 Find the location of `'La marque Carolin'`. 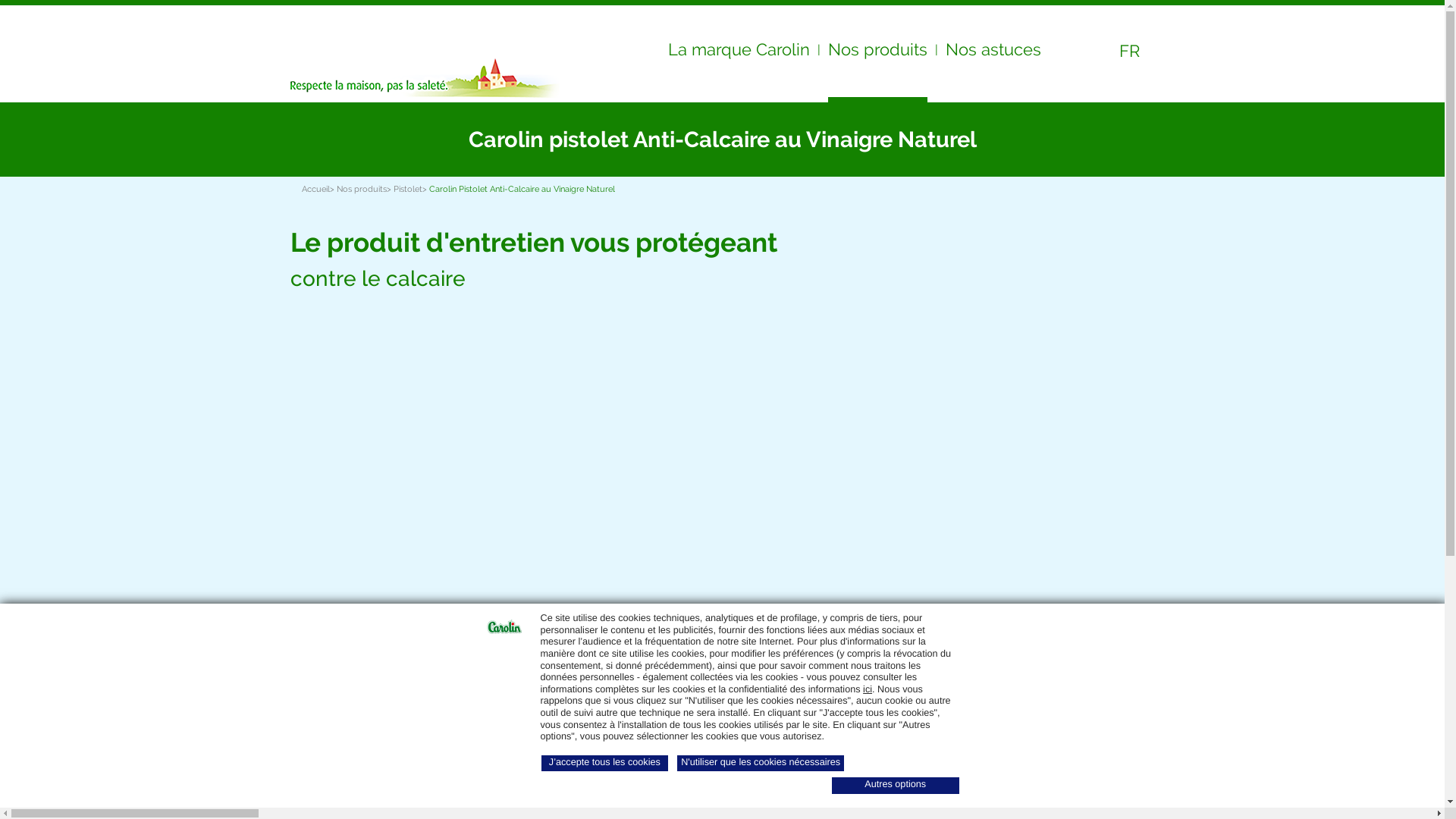

'La marque Carolin' is located at coordinates (738, 52).